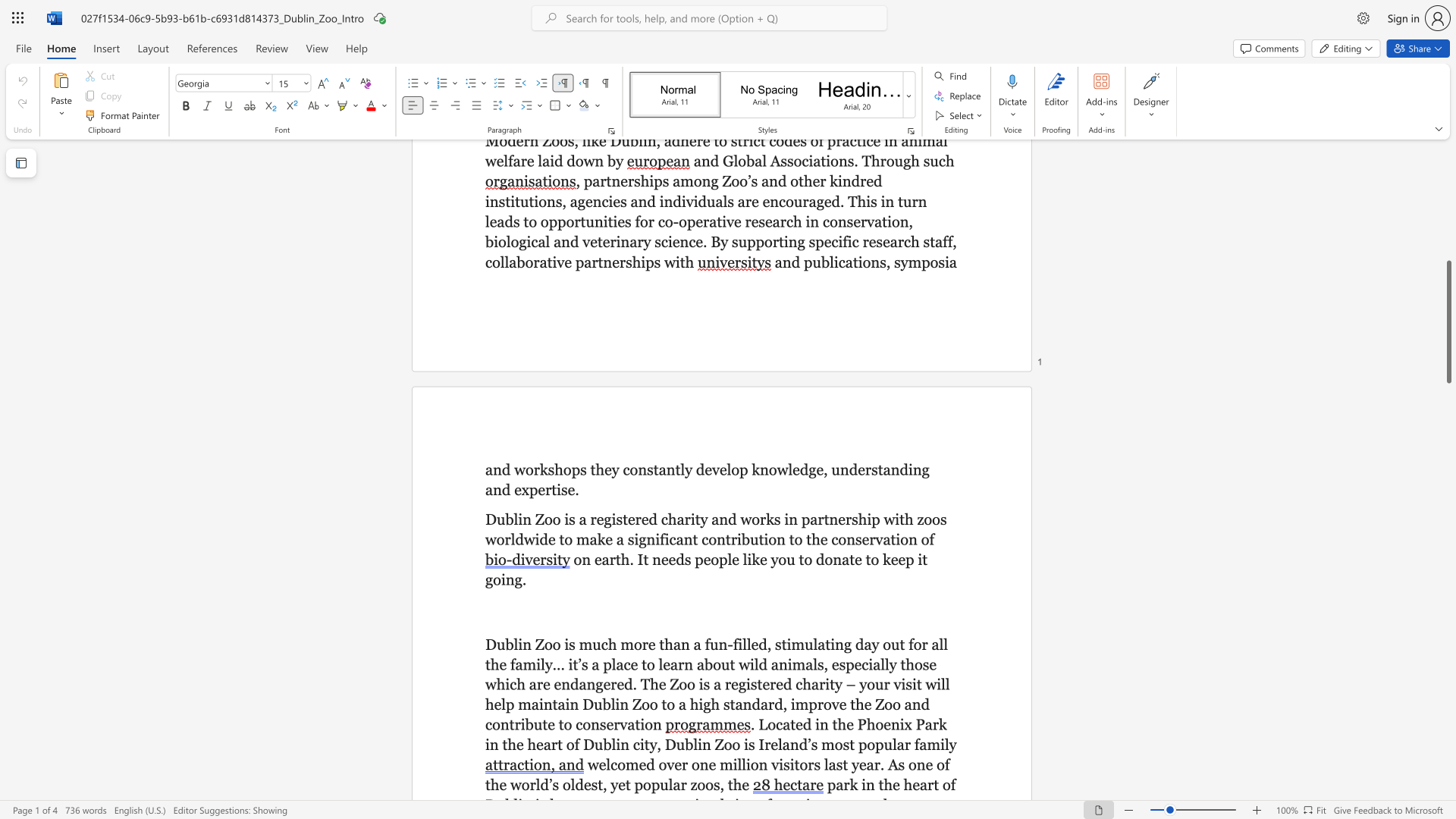 The width and height of the screenshot is (1456, 819). I want to click on the subset text "hey constant" within the text "and workshops they constantly develo", so click(595, 469).